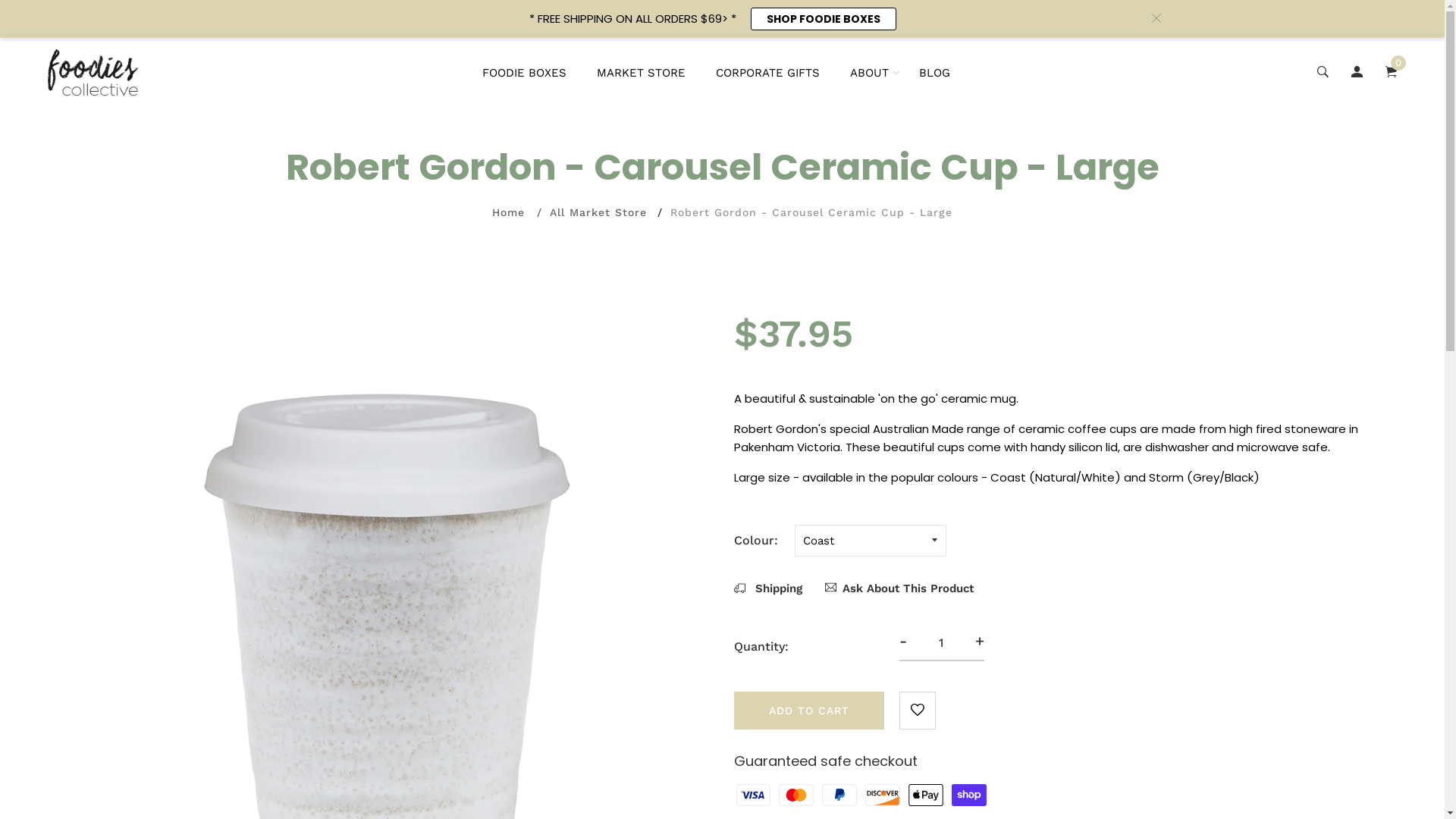 The image size is (1456, 819). Describe the element at coordinates (808, 711) in the screenshot. I see `'ADD TO CART'` at that location.